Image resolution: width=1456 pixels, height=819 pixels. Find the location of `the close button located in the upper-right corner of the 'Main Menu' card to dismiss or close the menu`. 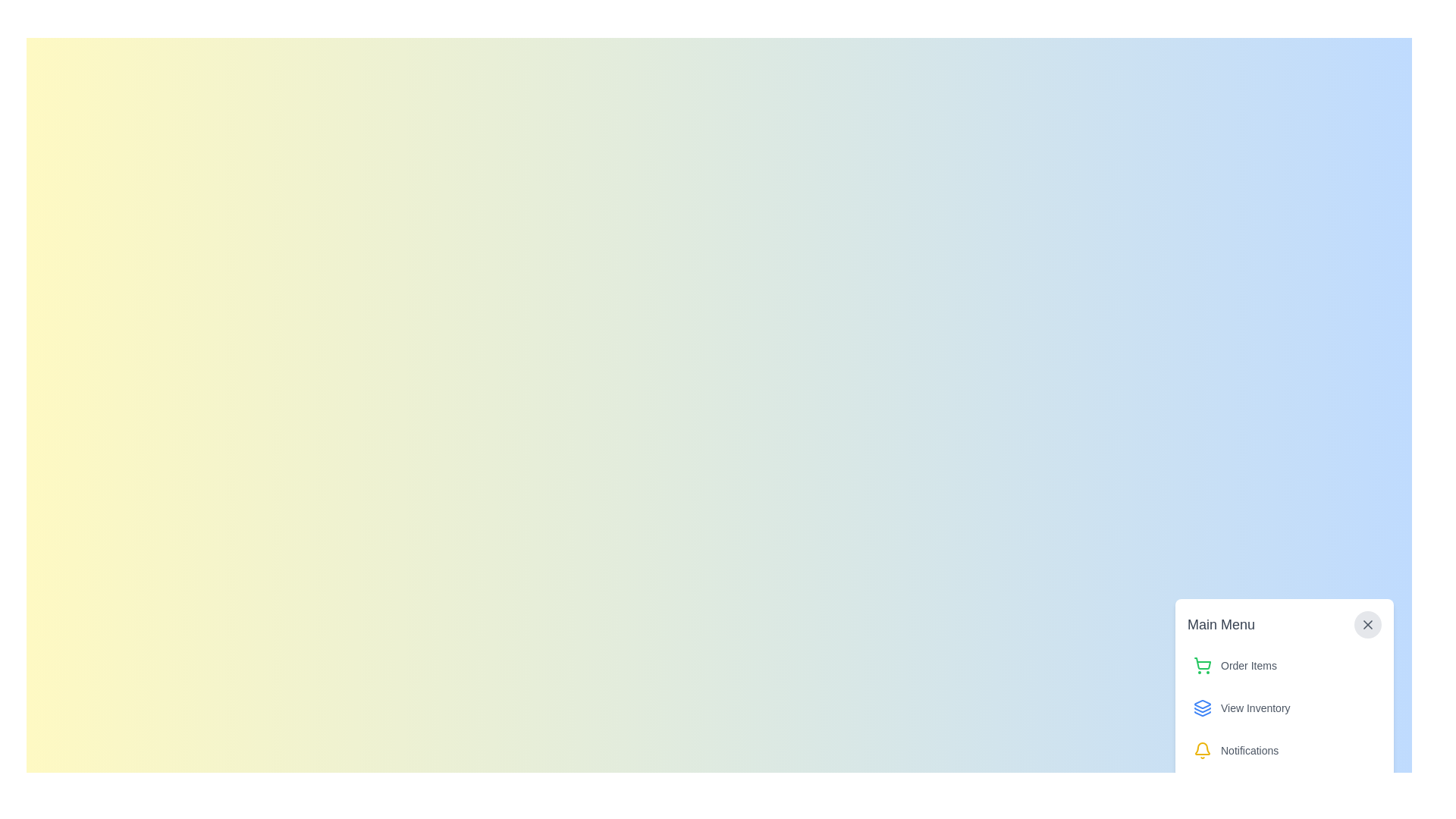

the close button located in the upper-right corner of the 'Main Menu' card to dismiss or close the menu is located at coordinates (1368, 625).